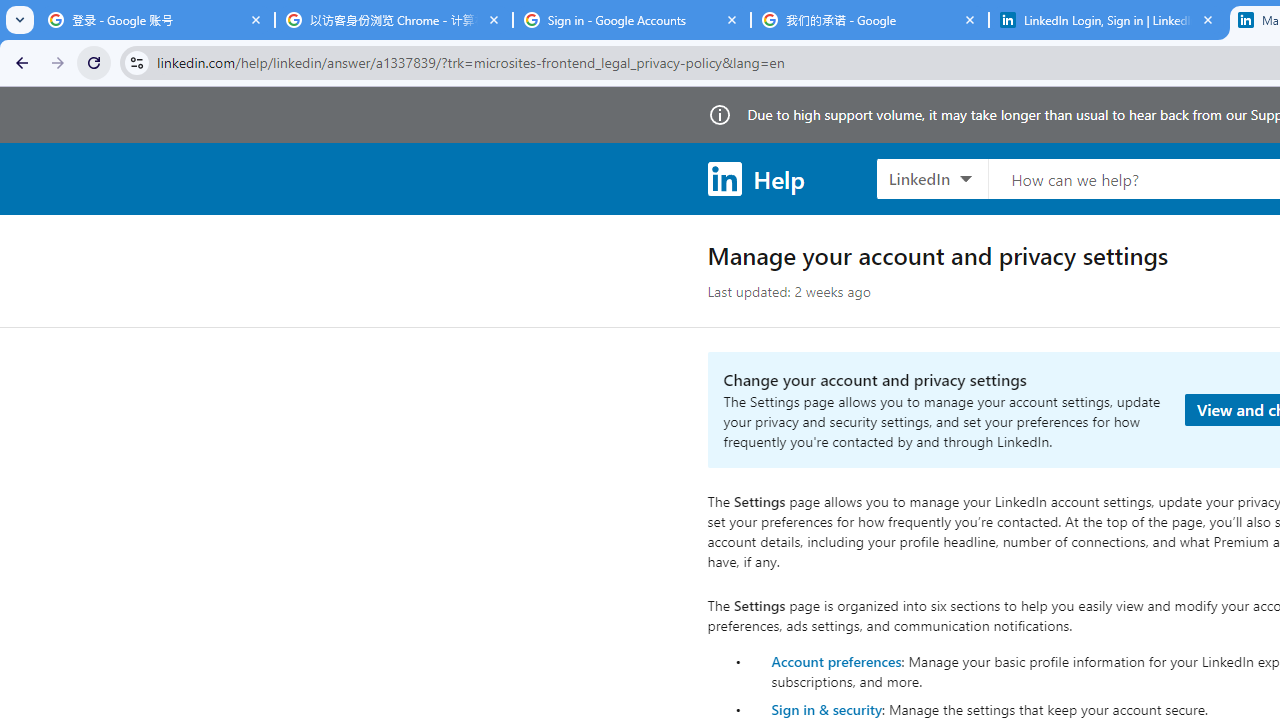 The image size is (1280, 720). What do you see at coordinates (931, 177) in the screenshot?
I see `'LinkedIn products to search, LinkedIn selected'` at bounding box center [931, 177].